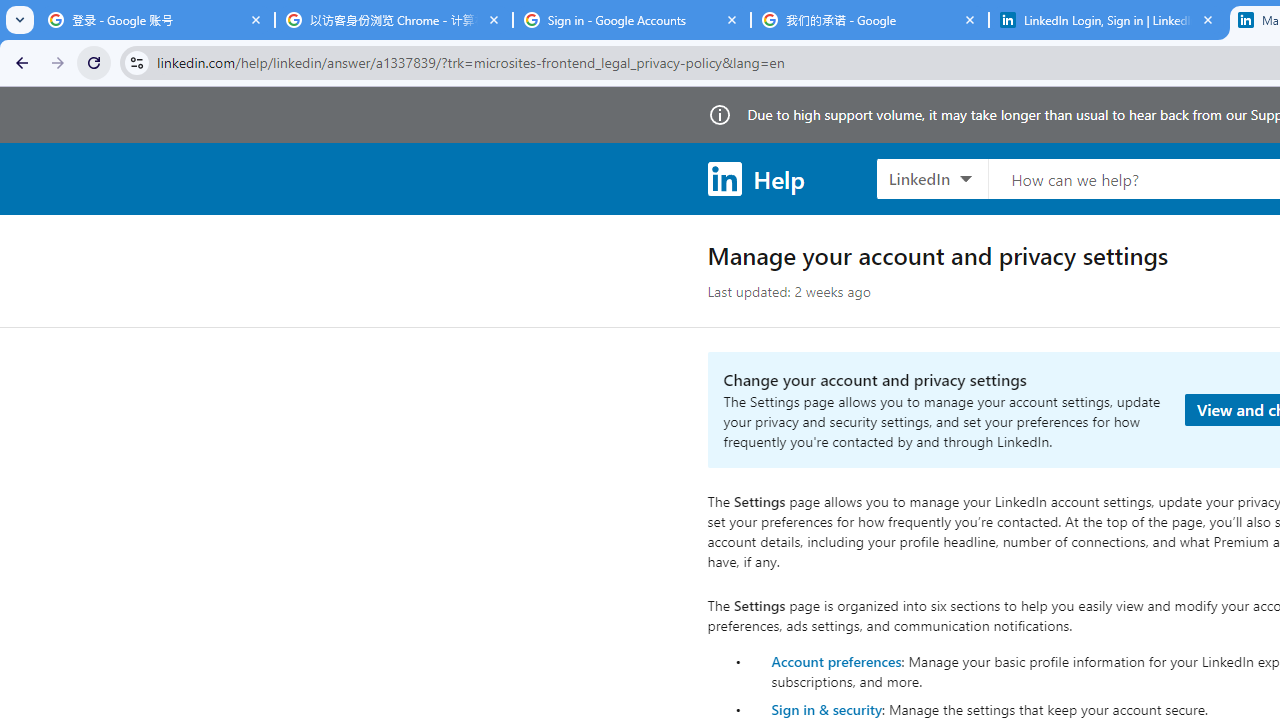 The image size is (1280, 720). What do you see at coordinates (931, 177) in the screenshot?
I see `'LinkedIn products to search, LinkedIn selected'` at bounding box center [931, 177].